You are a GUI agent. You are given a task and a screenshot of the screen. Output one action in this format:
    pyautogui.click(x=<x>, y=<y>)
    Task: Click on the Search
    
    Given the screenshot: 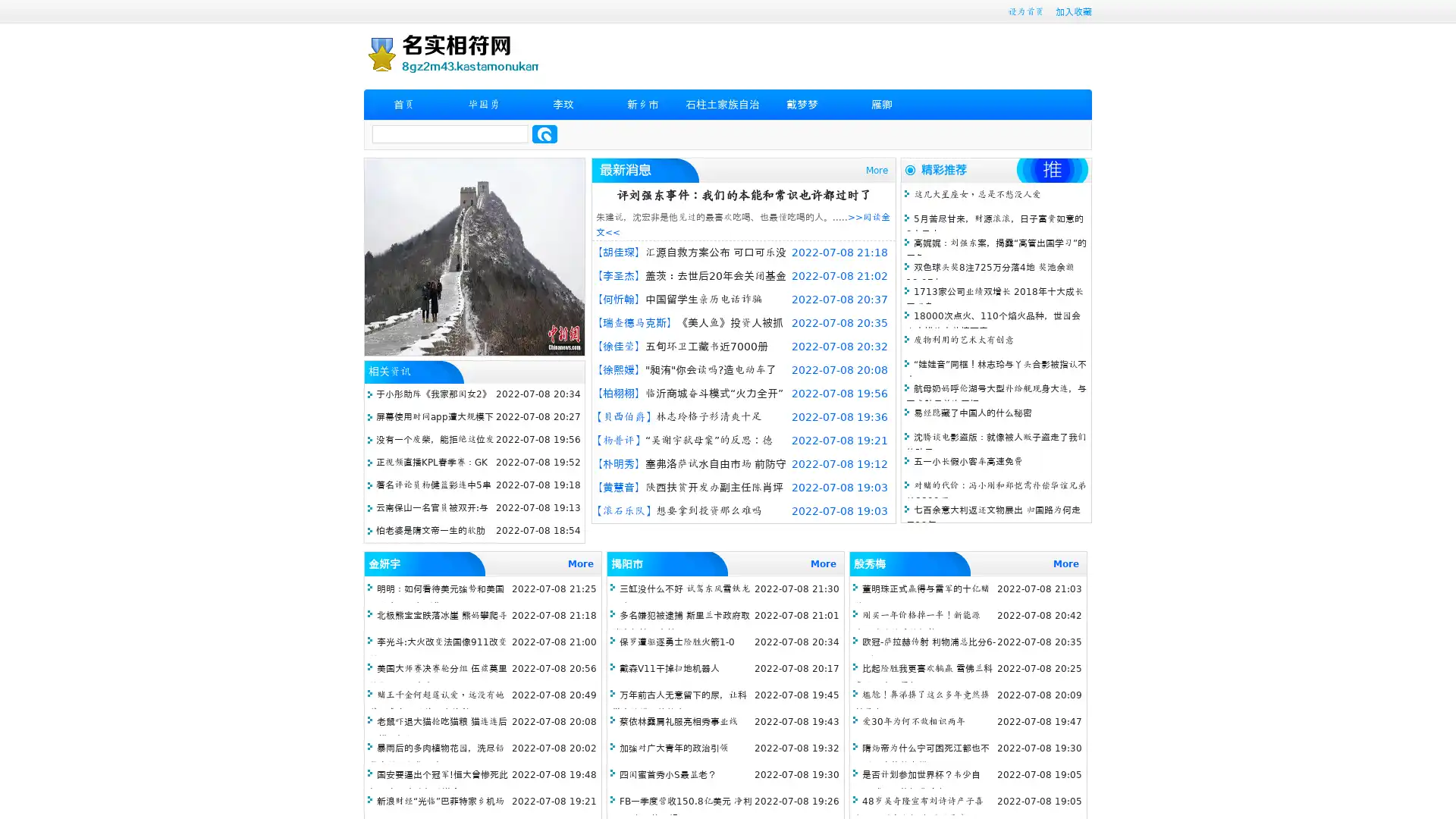 What is the action you would take?
    pyautogui.click(x=544, y=133)
    